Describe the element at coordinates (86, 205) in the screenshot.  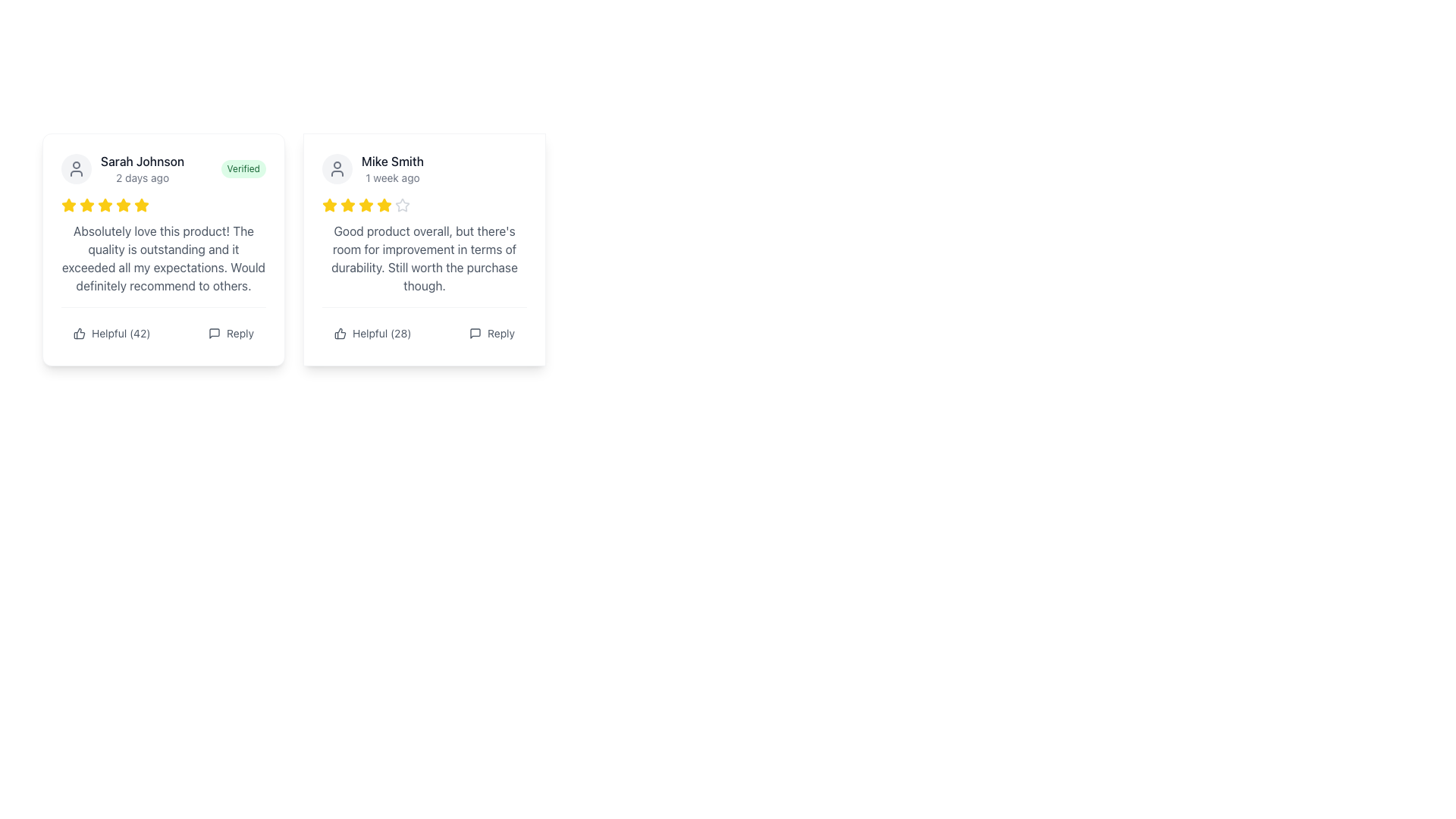
I see `the first star icon in the 5-star rating system located at the top portion of the left card containing the review from 'Sarah Johnson'` at that location.